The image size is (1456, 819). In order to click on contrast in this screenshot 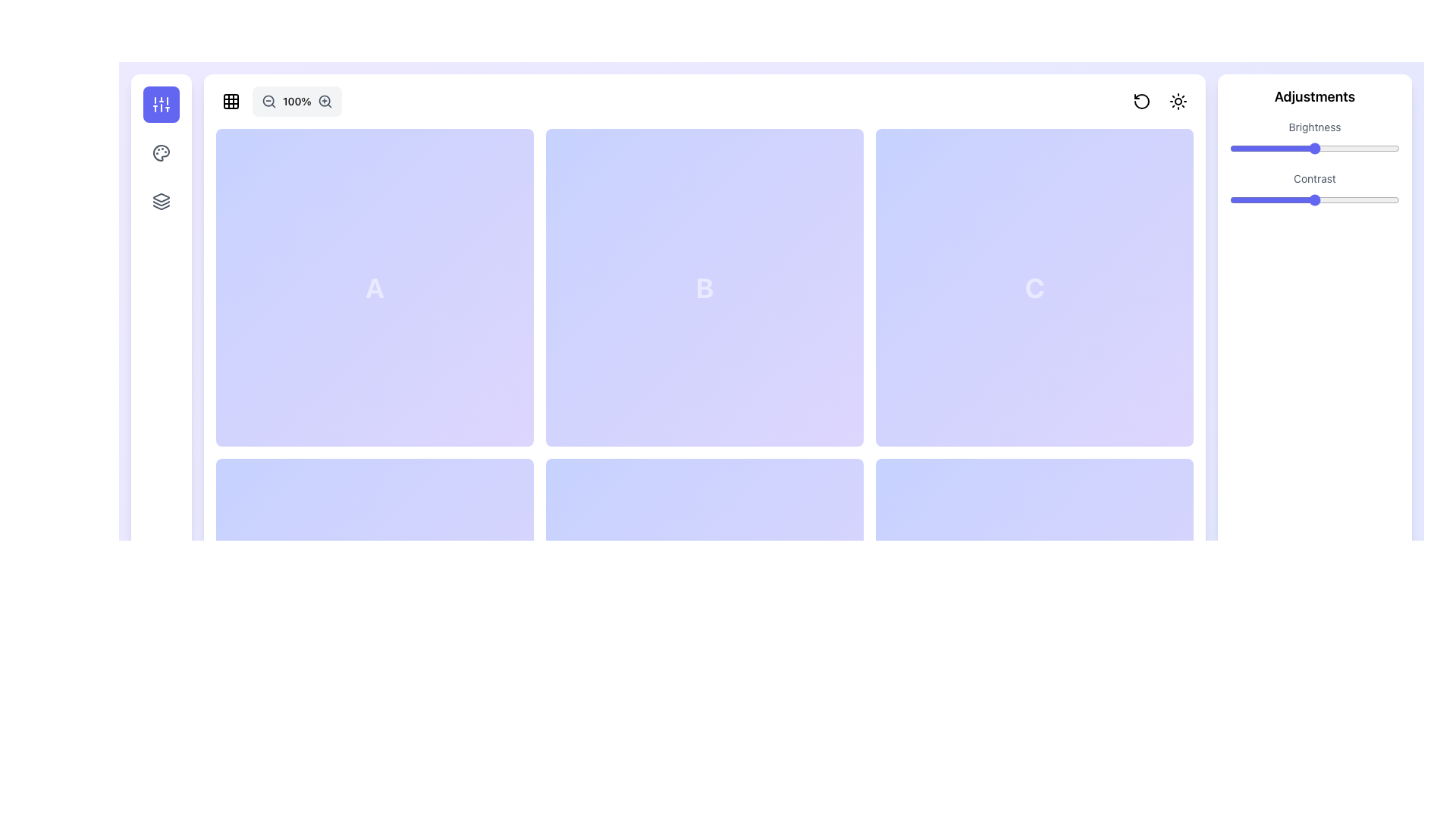, I will do `click(1291, 199)`.